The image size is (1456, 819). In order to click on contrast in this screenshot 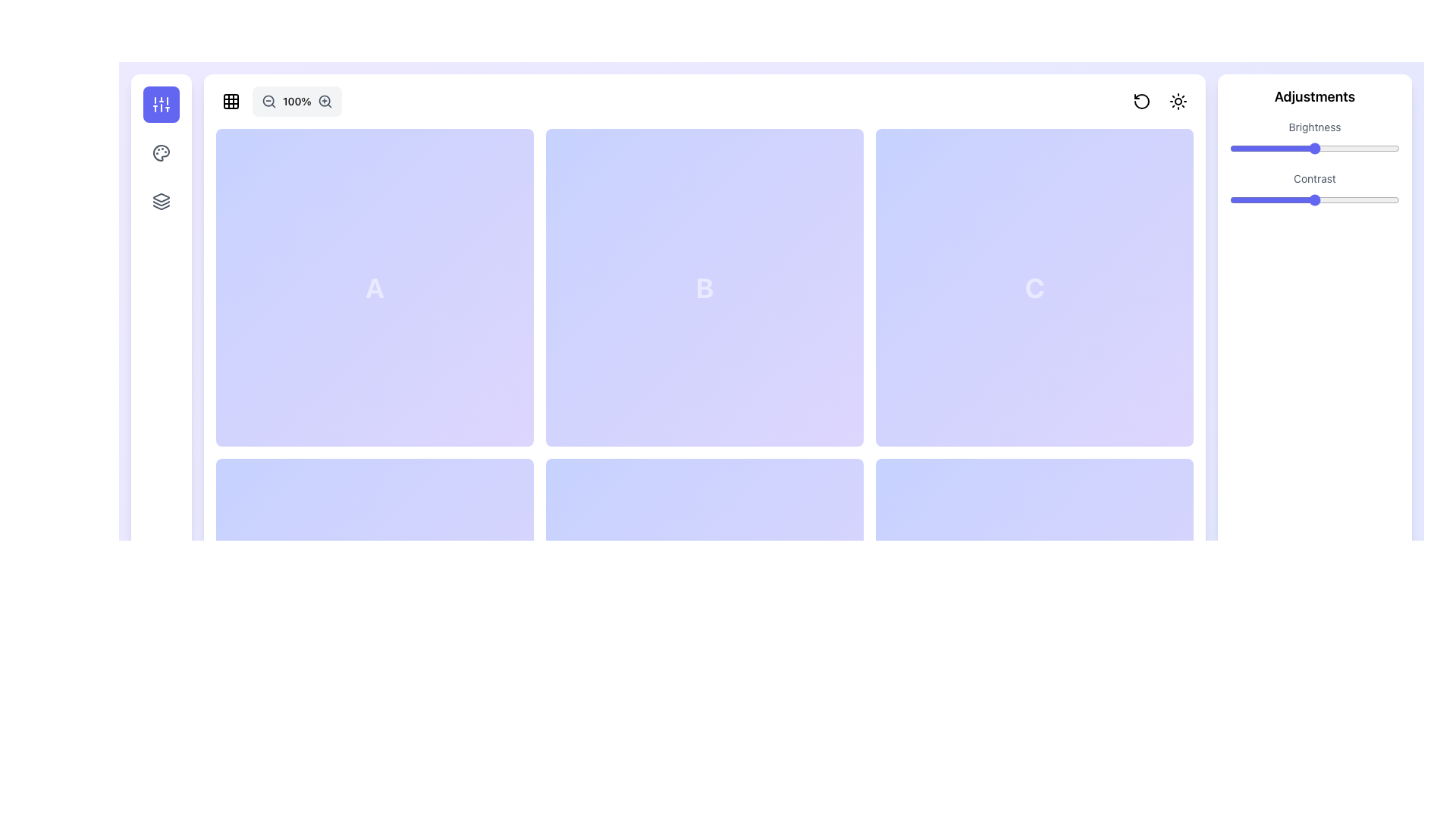, I will do `click(1291, 199)`.